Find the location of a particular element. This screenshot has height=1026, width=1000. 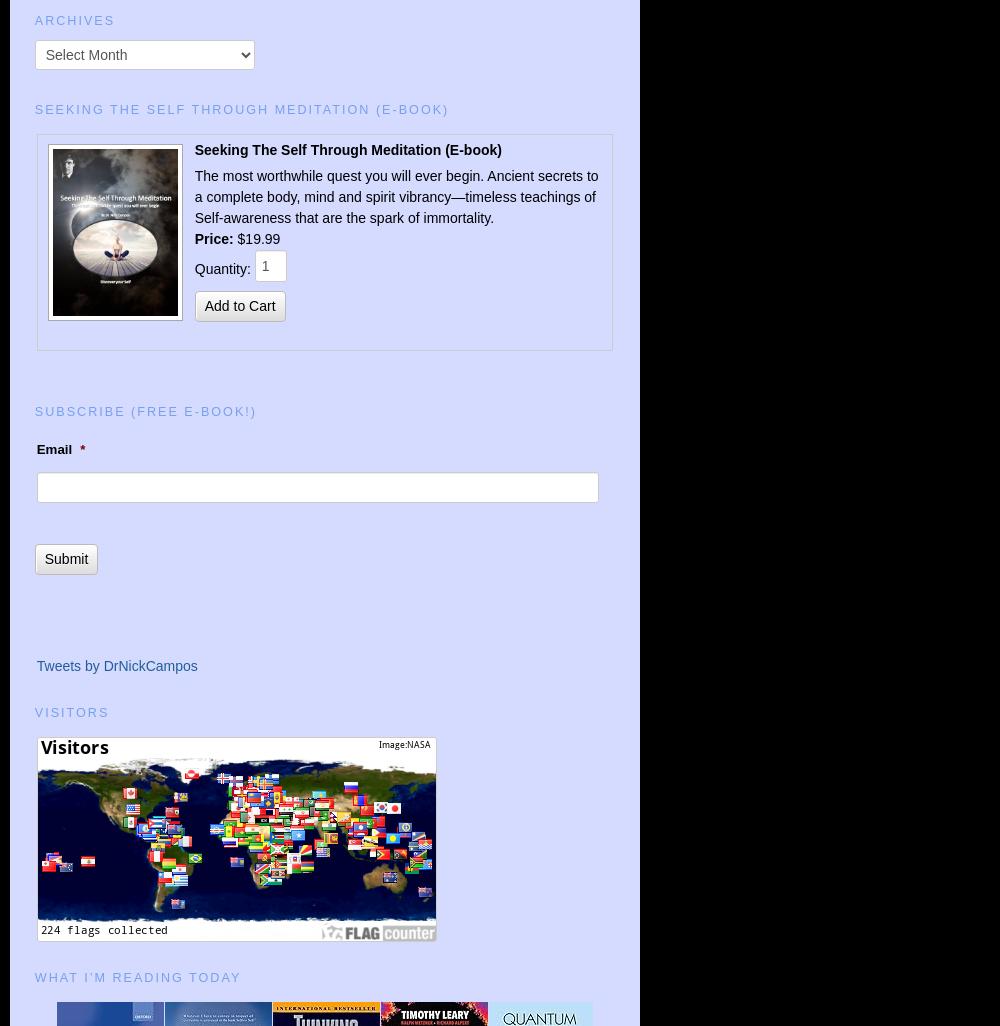

'ARCHIVES' is located at coordinates (73, 21).